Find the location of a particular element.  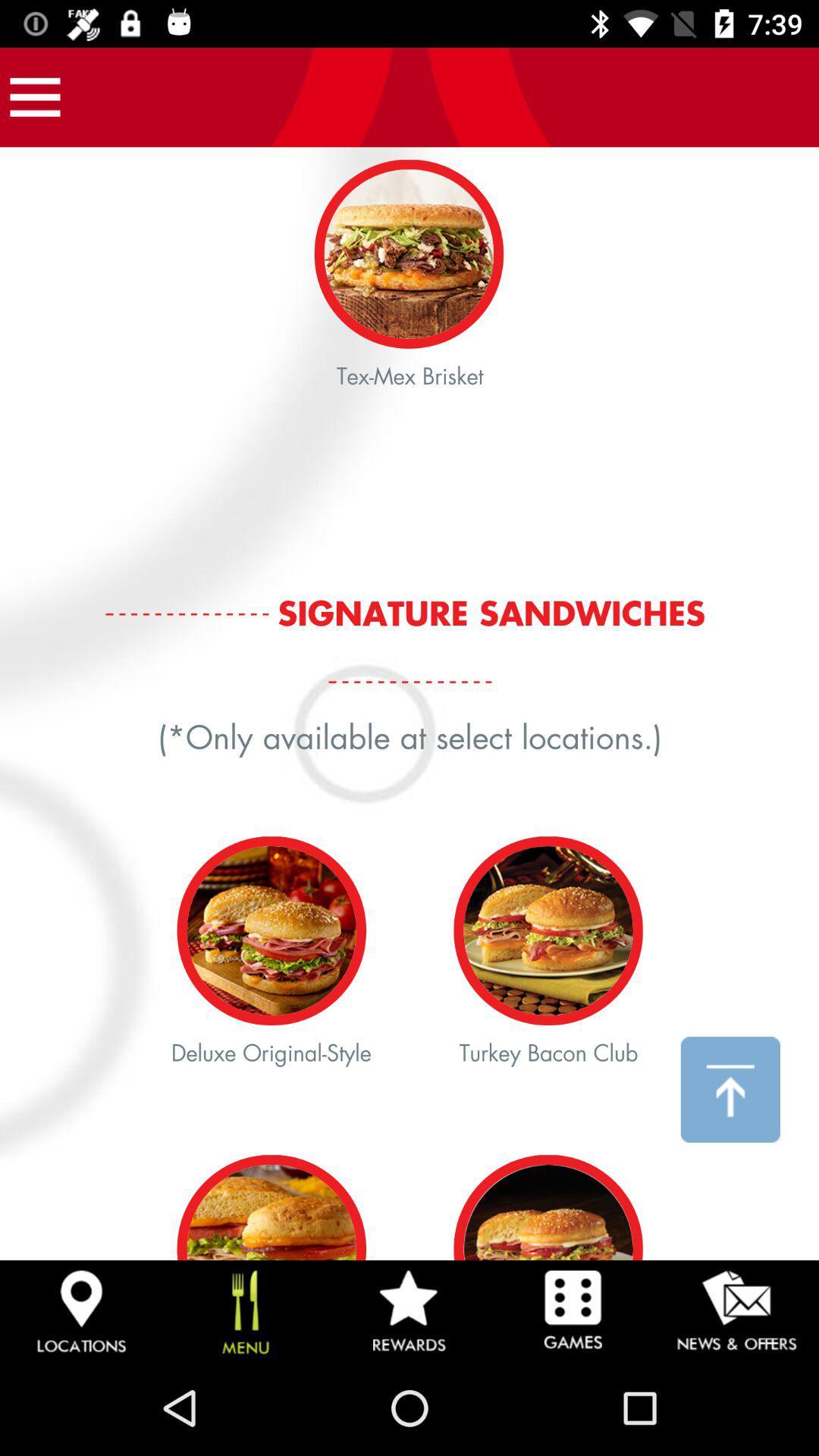

open app navigation options is located at coordinates (34, 96).